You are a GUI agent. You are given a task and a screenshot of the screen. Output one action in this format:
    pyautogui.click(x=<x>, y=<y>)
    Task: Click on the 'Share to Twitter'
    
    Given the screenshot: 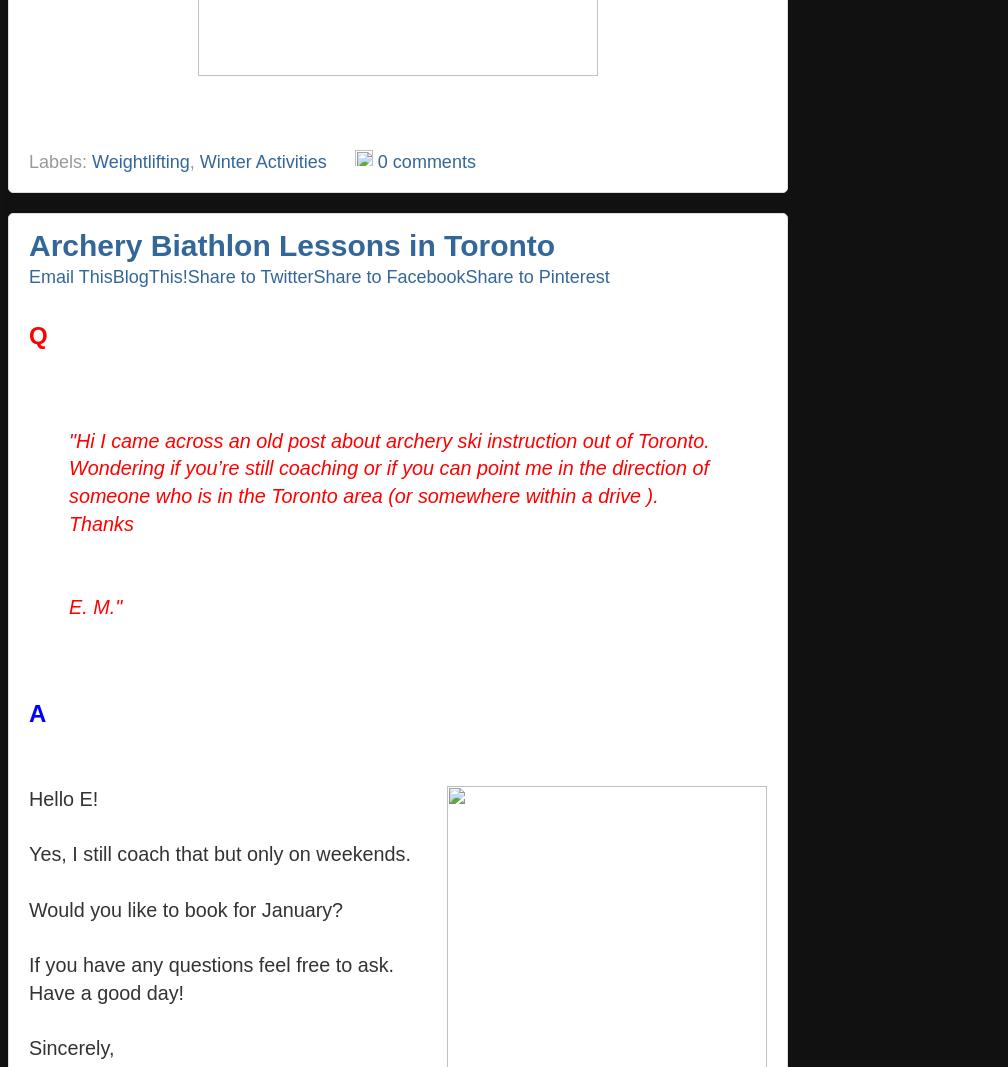 What is the action you would take?
    pyautogui.click(x=249, y=276)
    